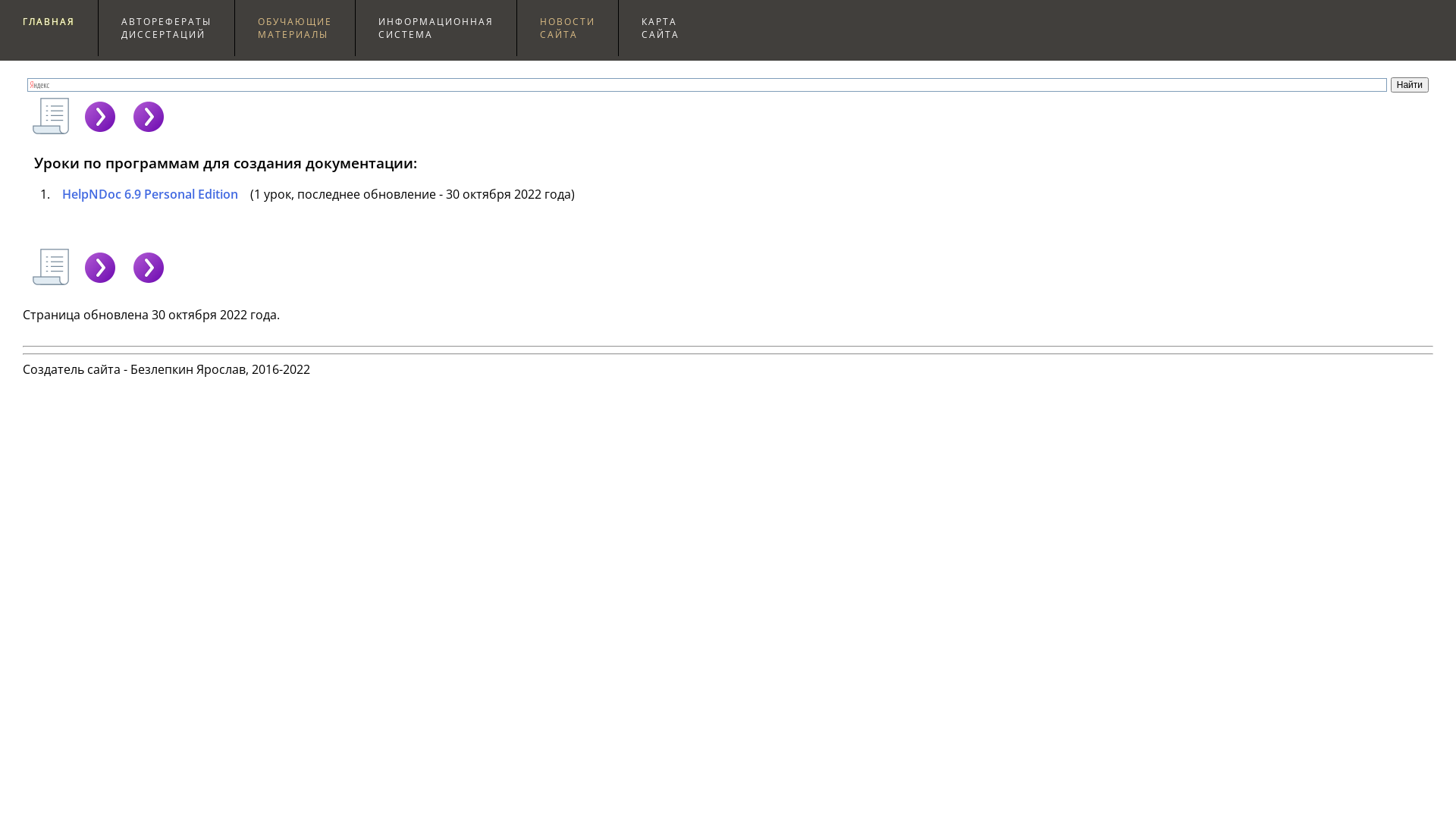 The image size is (1456, 819). I want to click on '   HelpNDoc 6.9 Personal Edition', so click(146, 193).